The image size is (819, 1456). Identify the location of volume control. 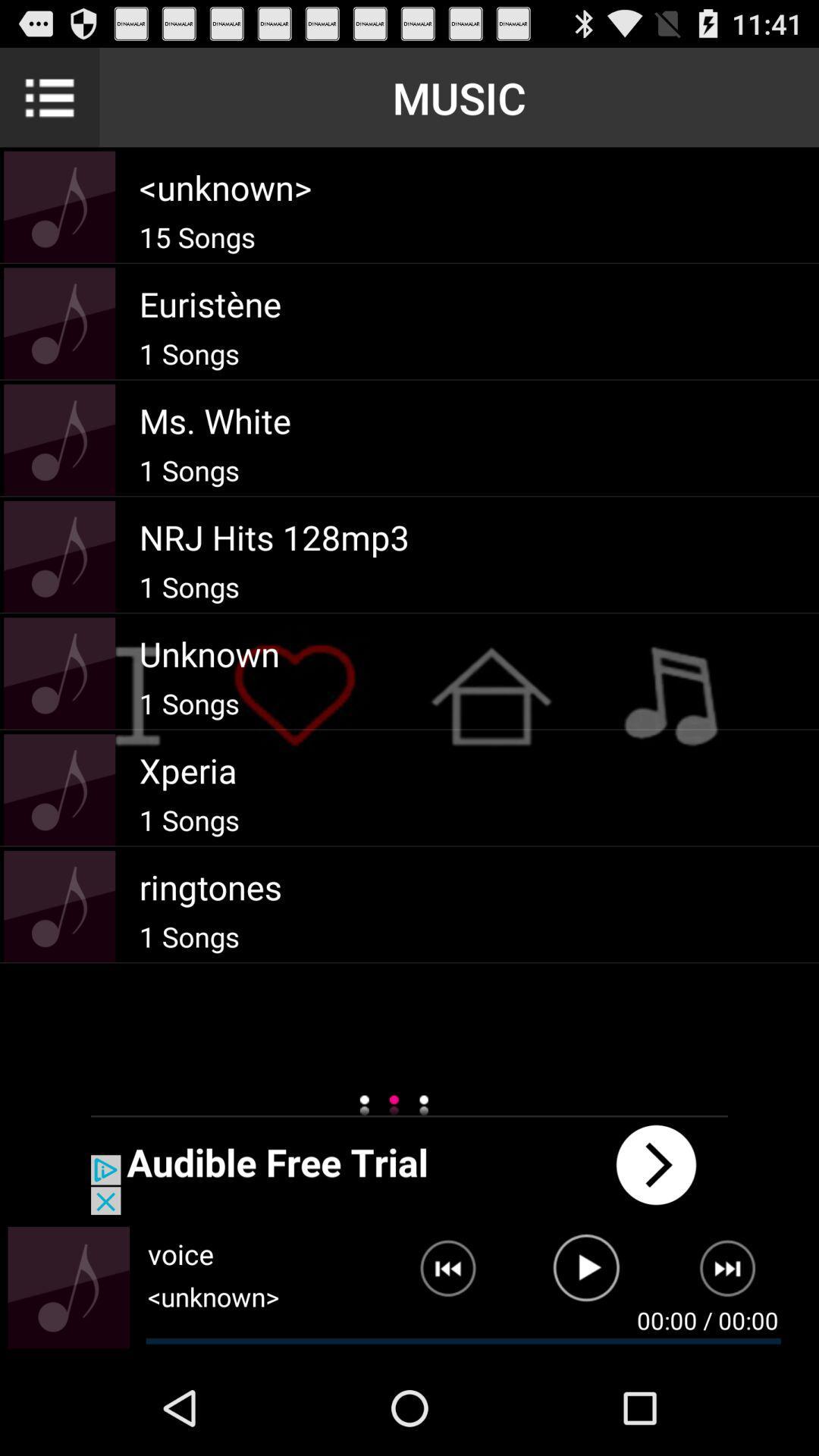
(68, 1287).